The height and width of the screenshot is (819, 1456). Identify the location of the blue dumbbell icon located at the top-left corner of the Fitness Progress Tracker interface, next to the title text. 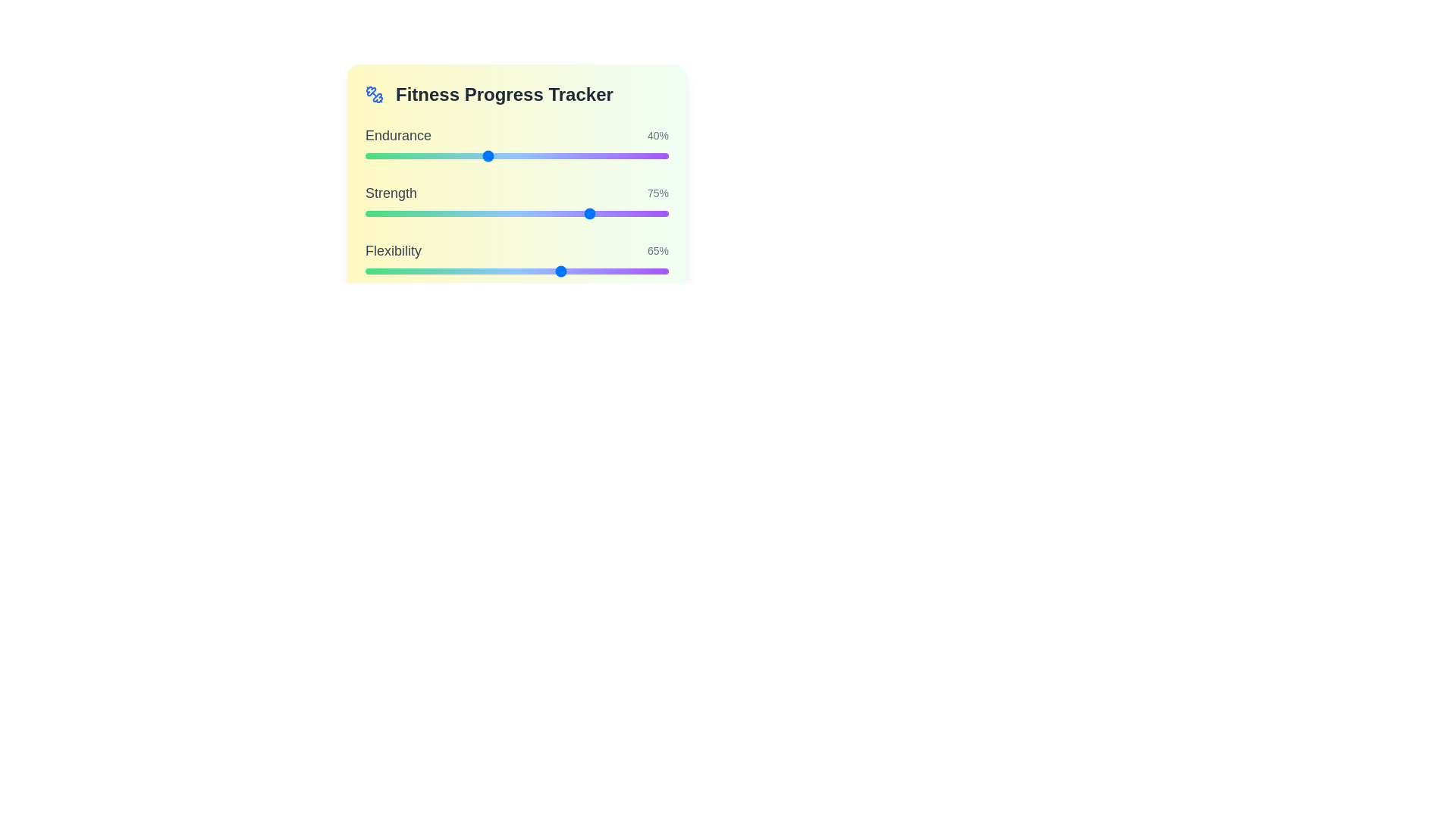
(378, 98).